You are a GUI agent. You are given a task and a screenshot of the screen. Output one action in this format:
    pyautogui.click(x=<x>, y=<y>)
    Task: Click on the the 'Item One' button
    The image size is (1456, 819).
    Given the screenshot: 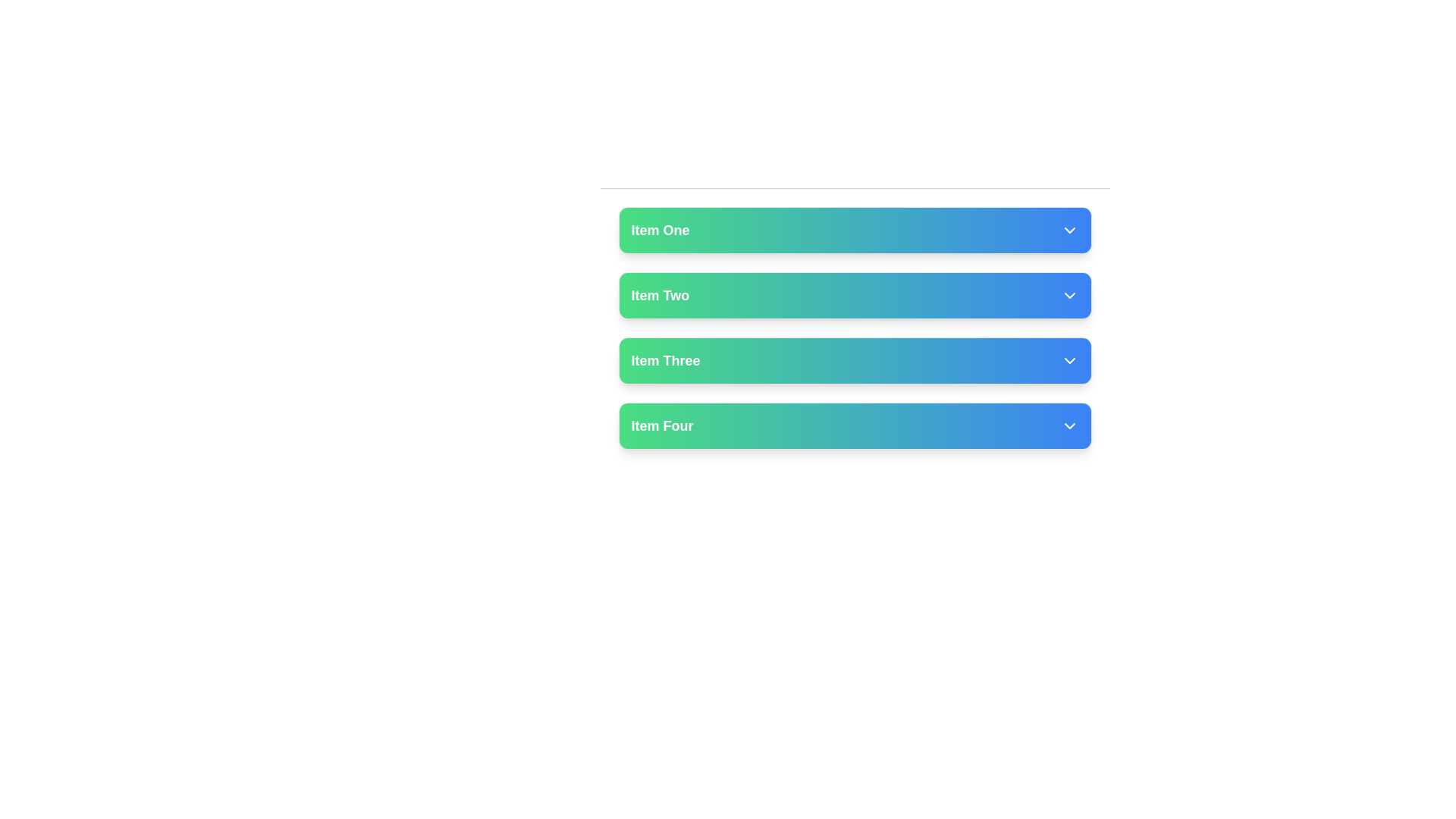 What is the action you would take?
    pyautogui.click(x=855, y=231)
    